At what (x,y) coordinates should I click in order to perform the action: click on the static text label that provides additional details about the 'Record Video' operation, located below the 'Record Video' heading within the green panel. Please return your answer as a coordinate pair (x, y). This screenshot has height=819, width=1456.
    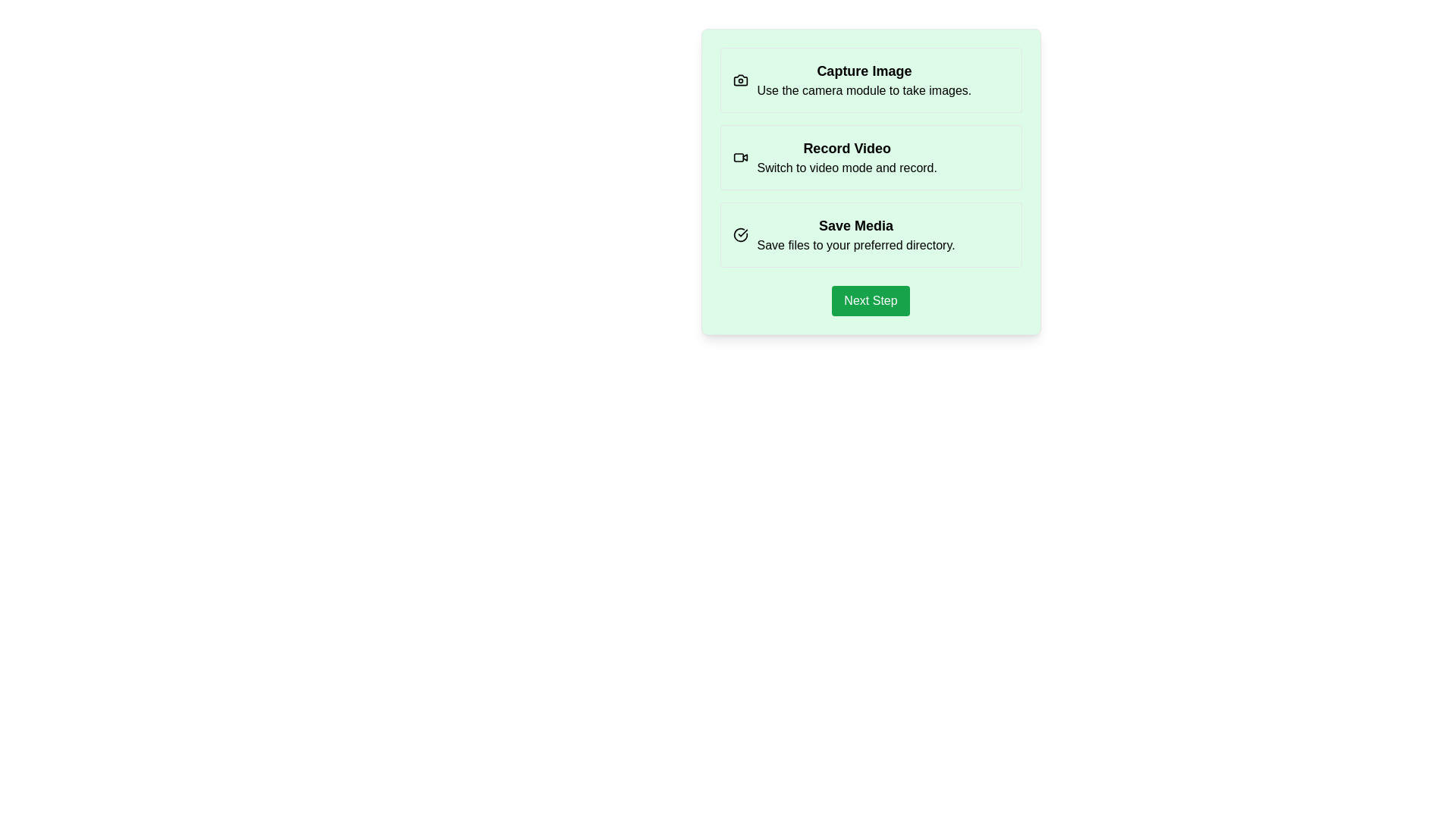
    Looking at the image, I should click on (846, 168).